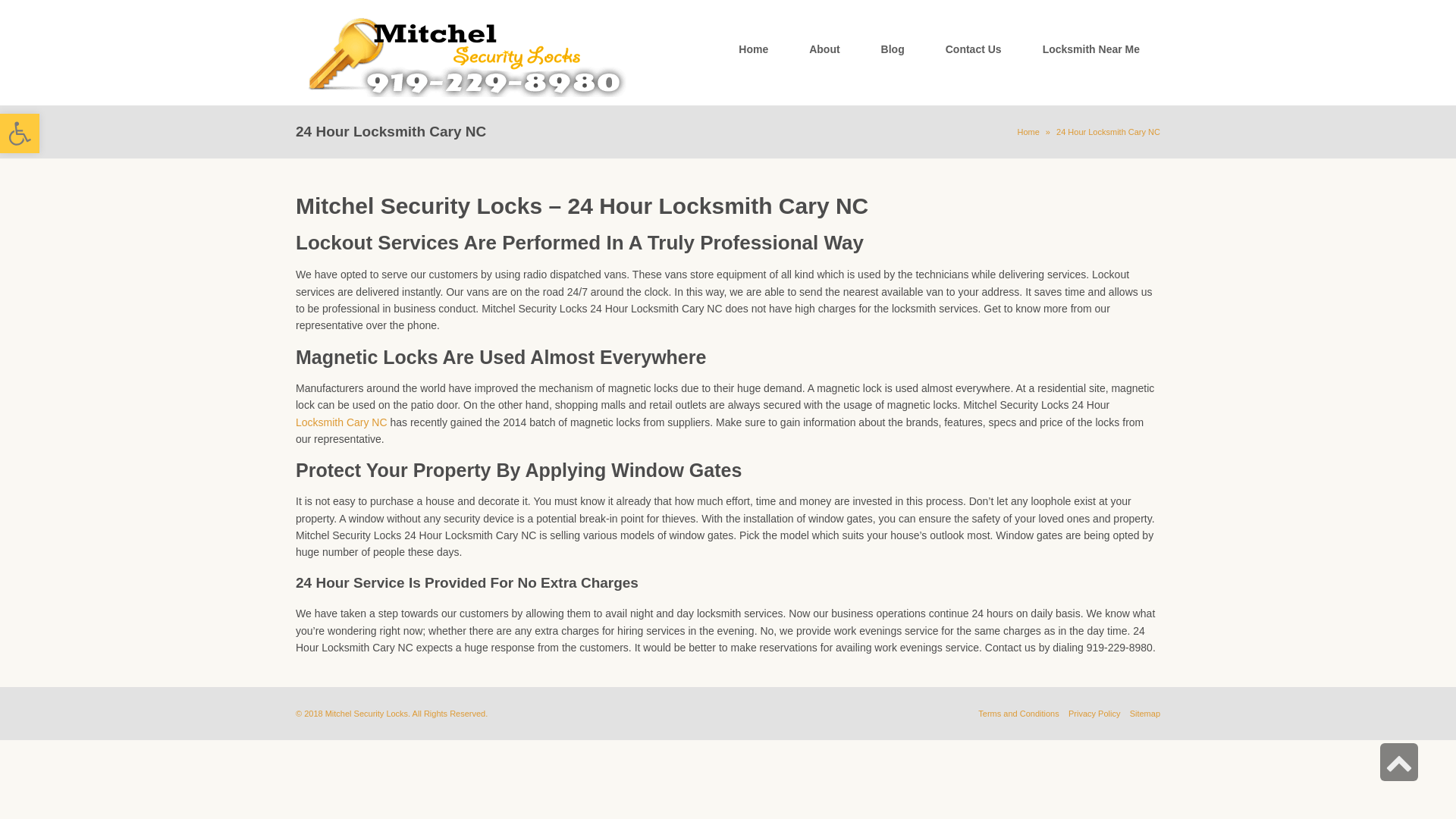 The height and width of the screenshot is (819, 1456). What do you see at coordinates (1379, 762) in the screenshot?
I see `'Scroll to top'` at bounding box center [1379, 762].